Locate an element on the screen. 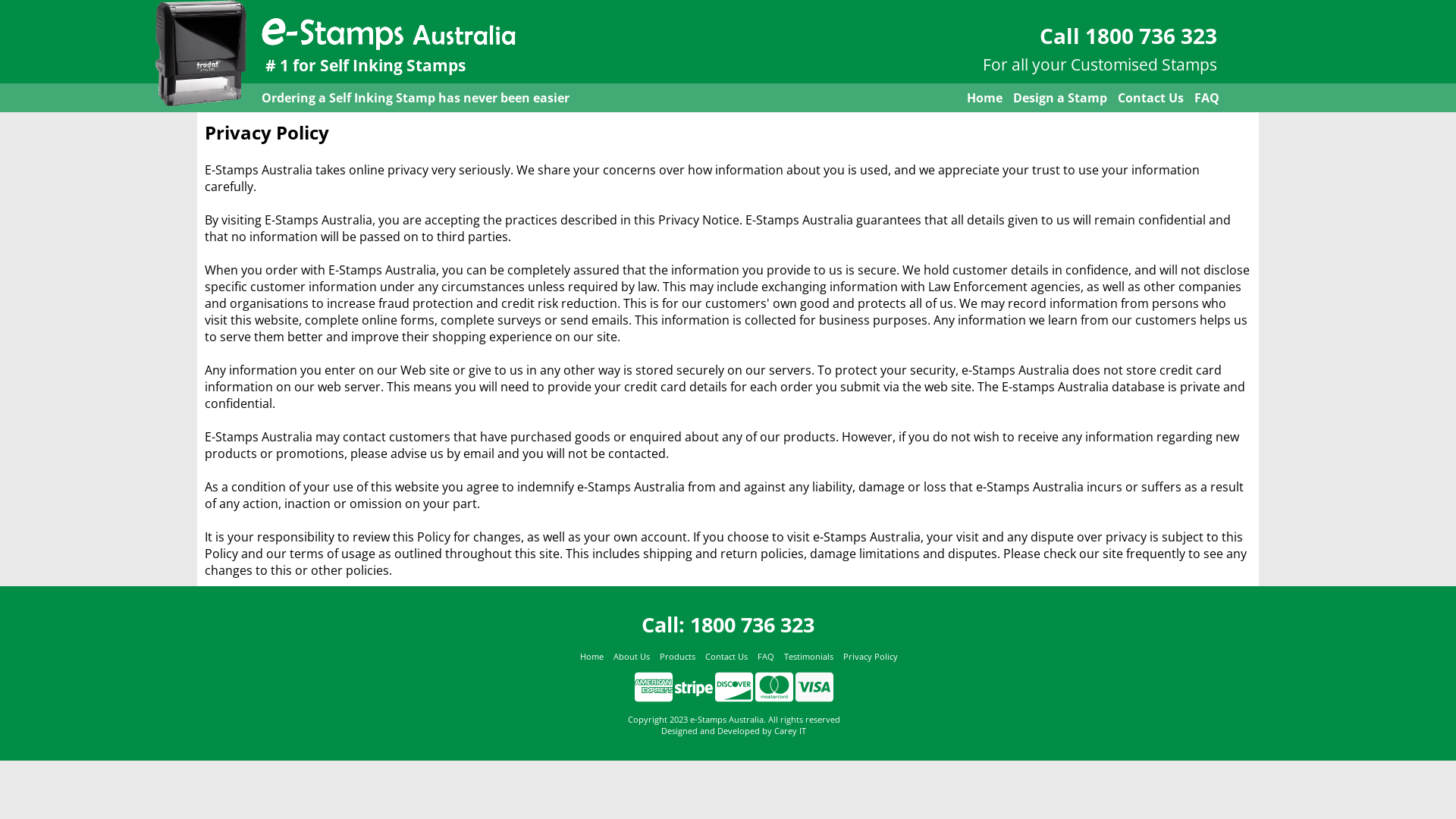  'Call: 1800 736 323' is located at coordinates (728, 624).